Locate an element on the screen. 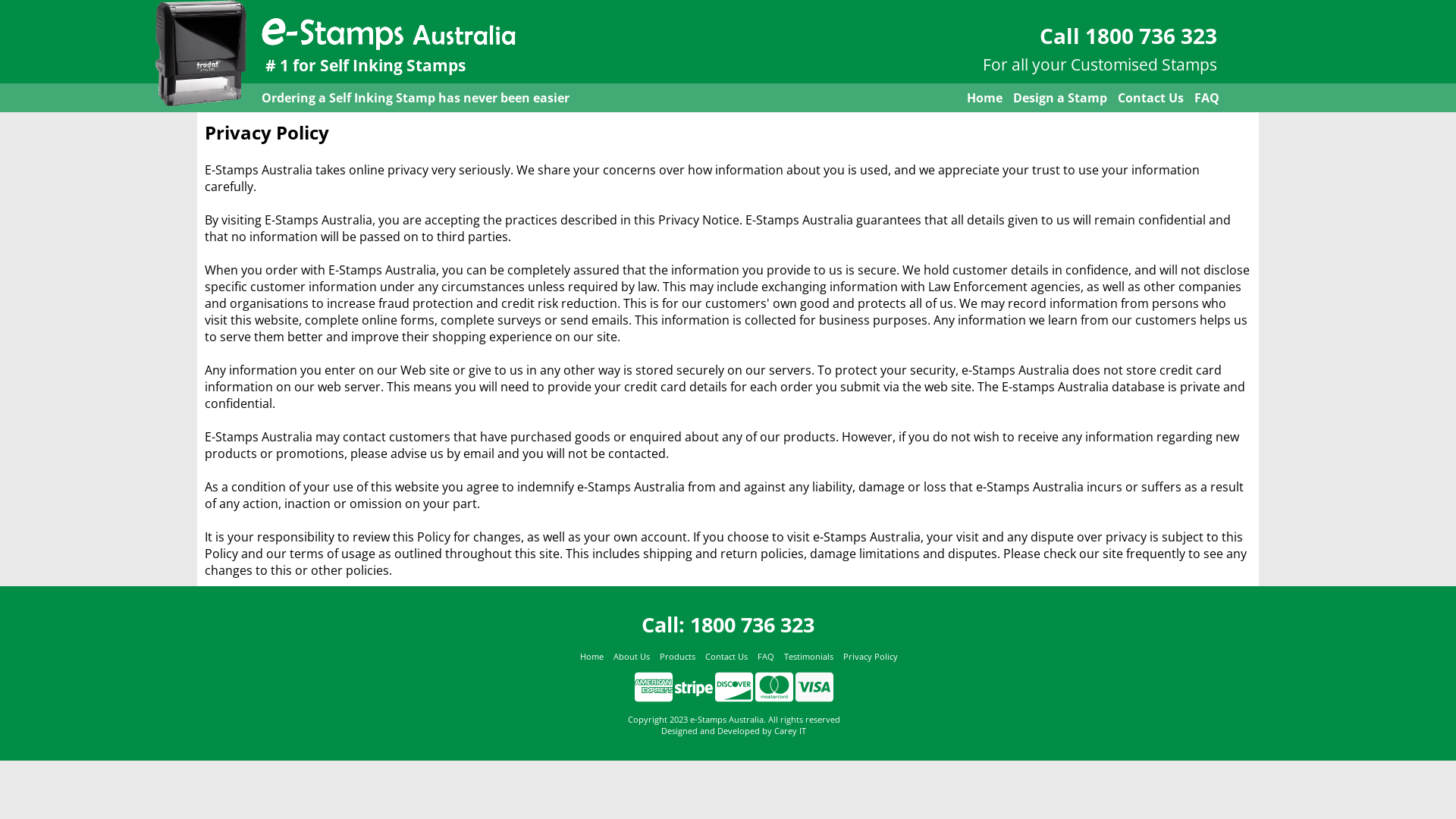  'Call: 1800 736 323' is located at coordinates (728, 624).